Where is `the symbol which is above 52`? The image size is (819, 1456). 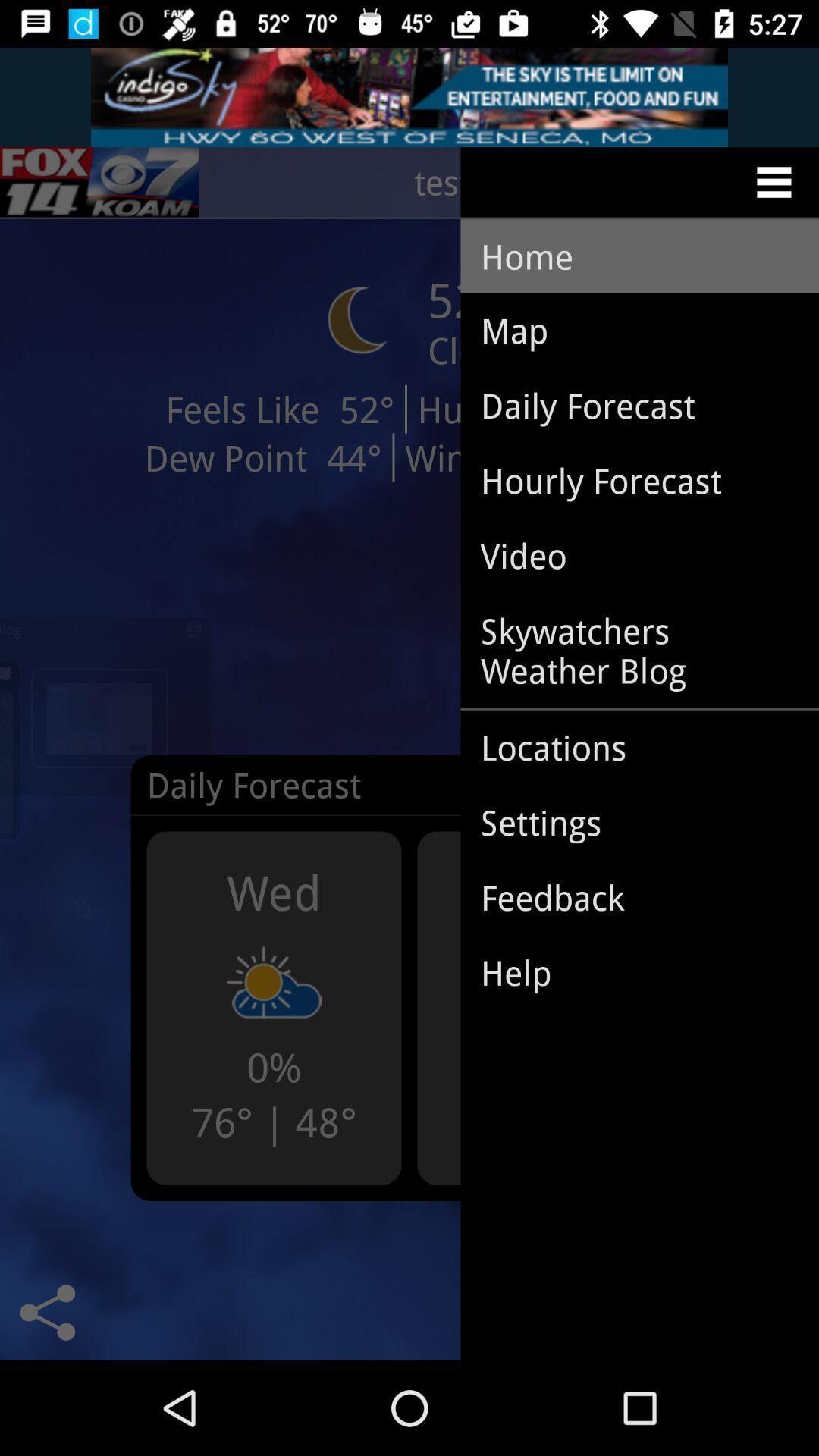
the symbol which is above 52 is located at coordinates (358, 319).